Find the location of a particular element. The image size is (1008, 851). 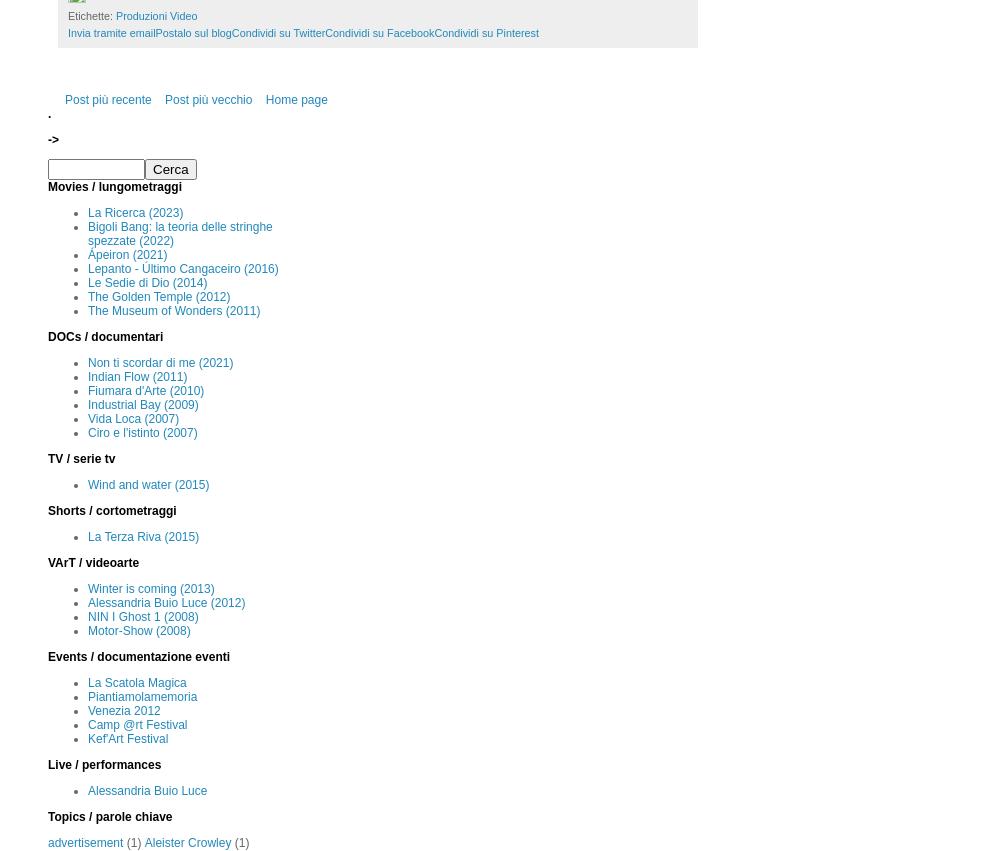

'Post più recente' is located at coordinates (107, 98).